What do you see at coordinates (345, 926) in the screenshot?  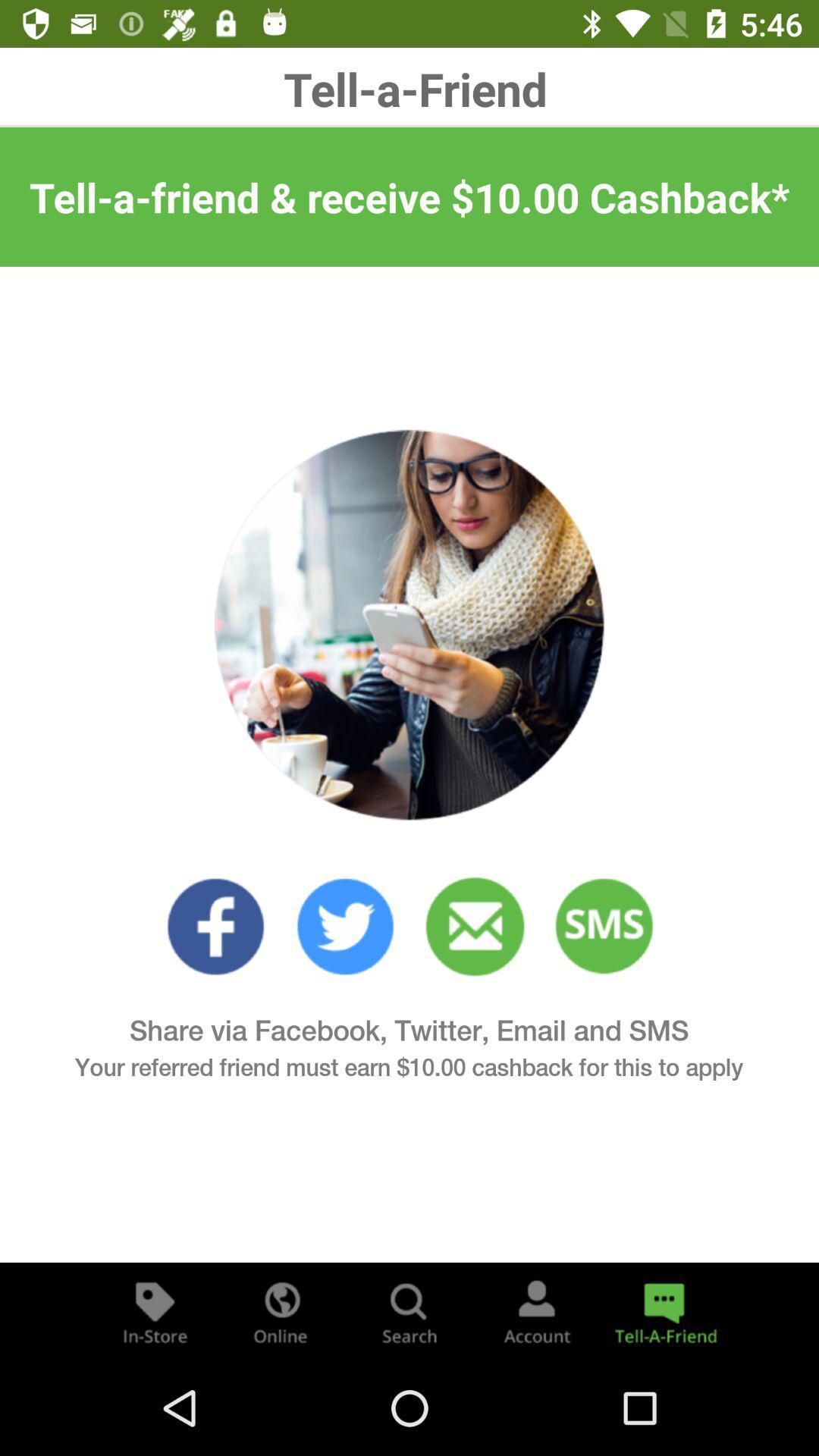 I see `click on a site` at bounding box center [345, 926].